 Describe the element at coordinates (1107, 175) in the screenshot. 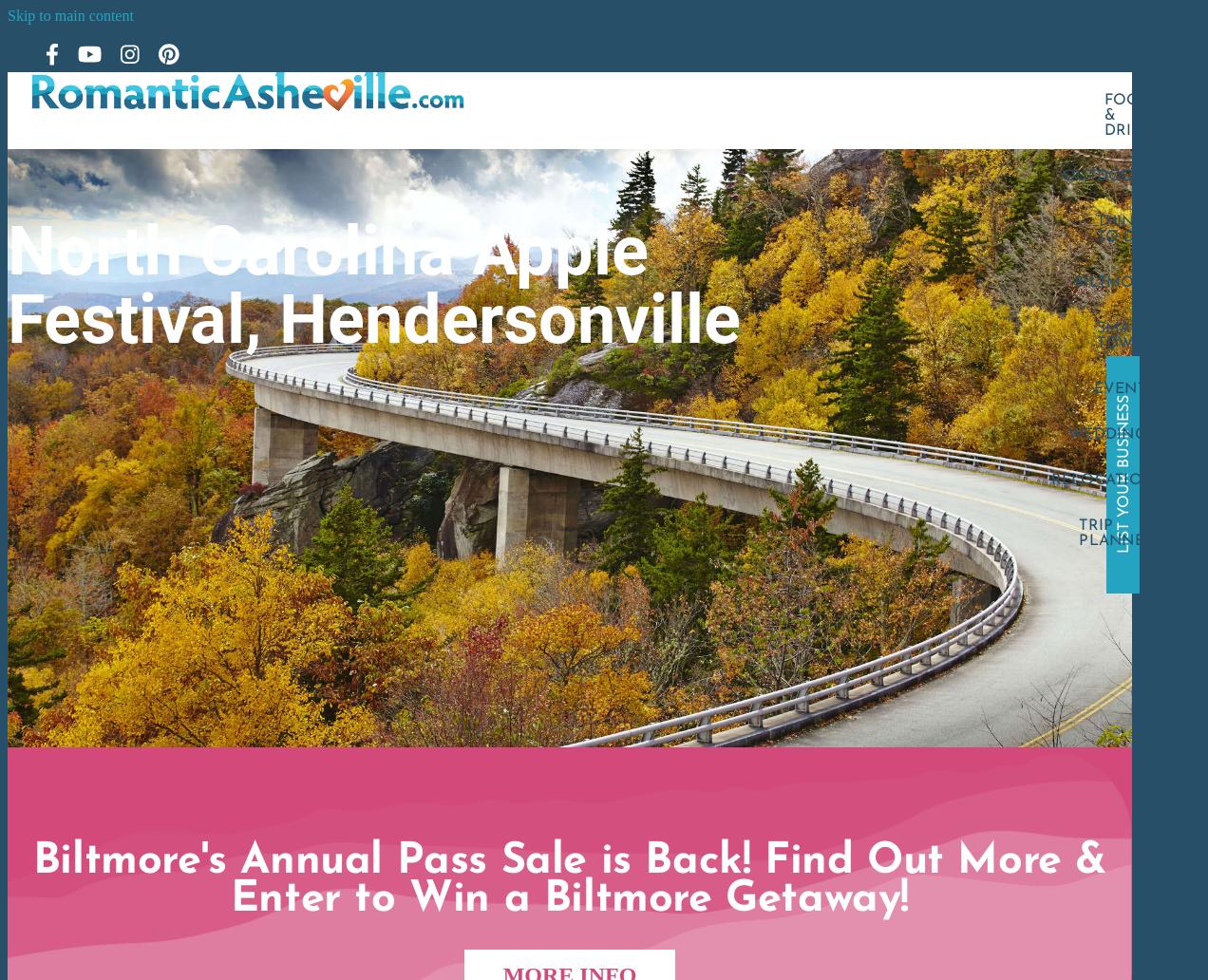

I see `'Outdoors'` at that location.